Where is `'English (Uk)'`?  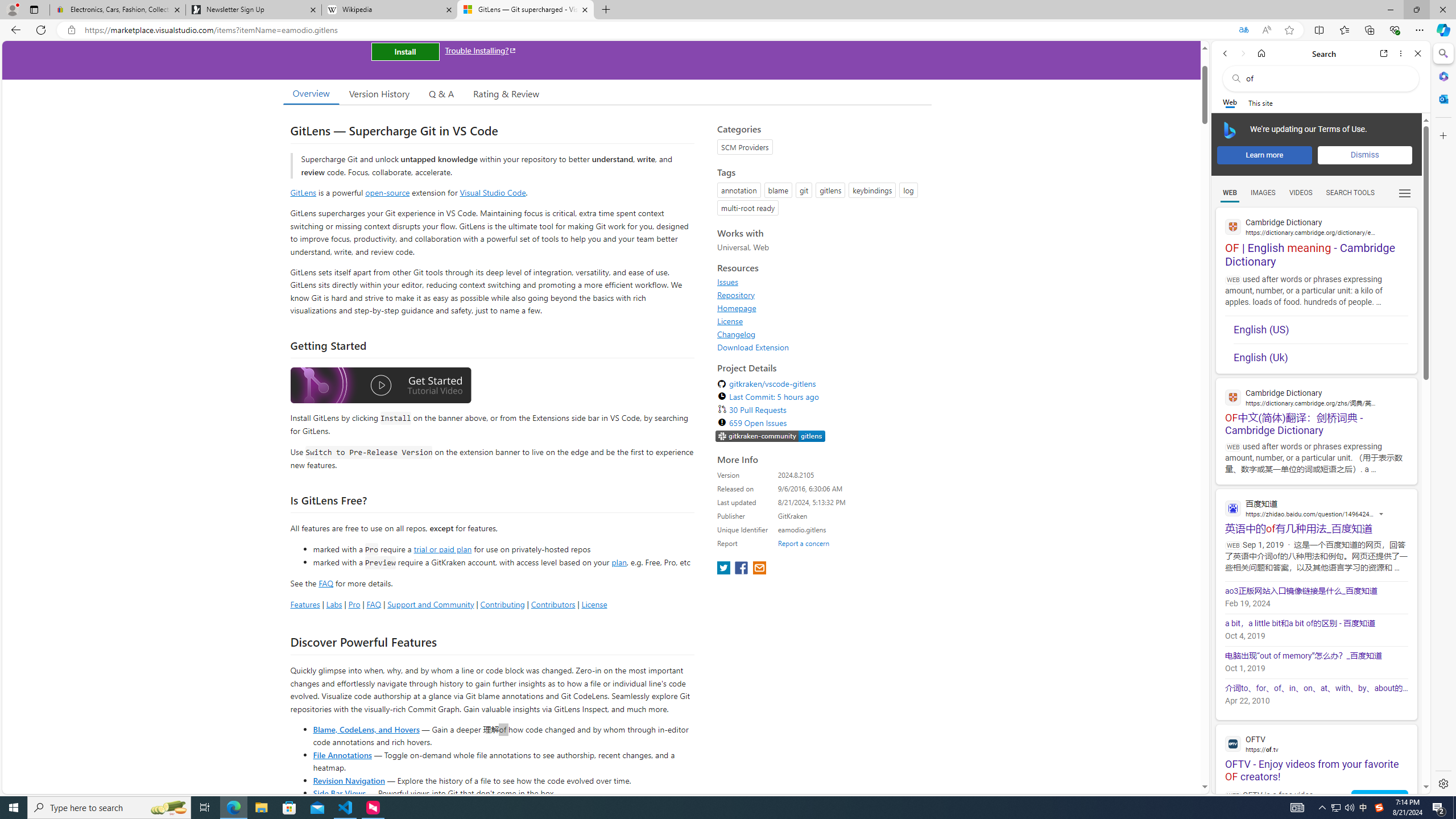 'English (Uk)' is located at coordinates (1319, 353).